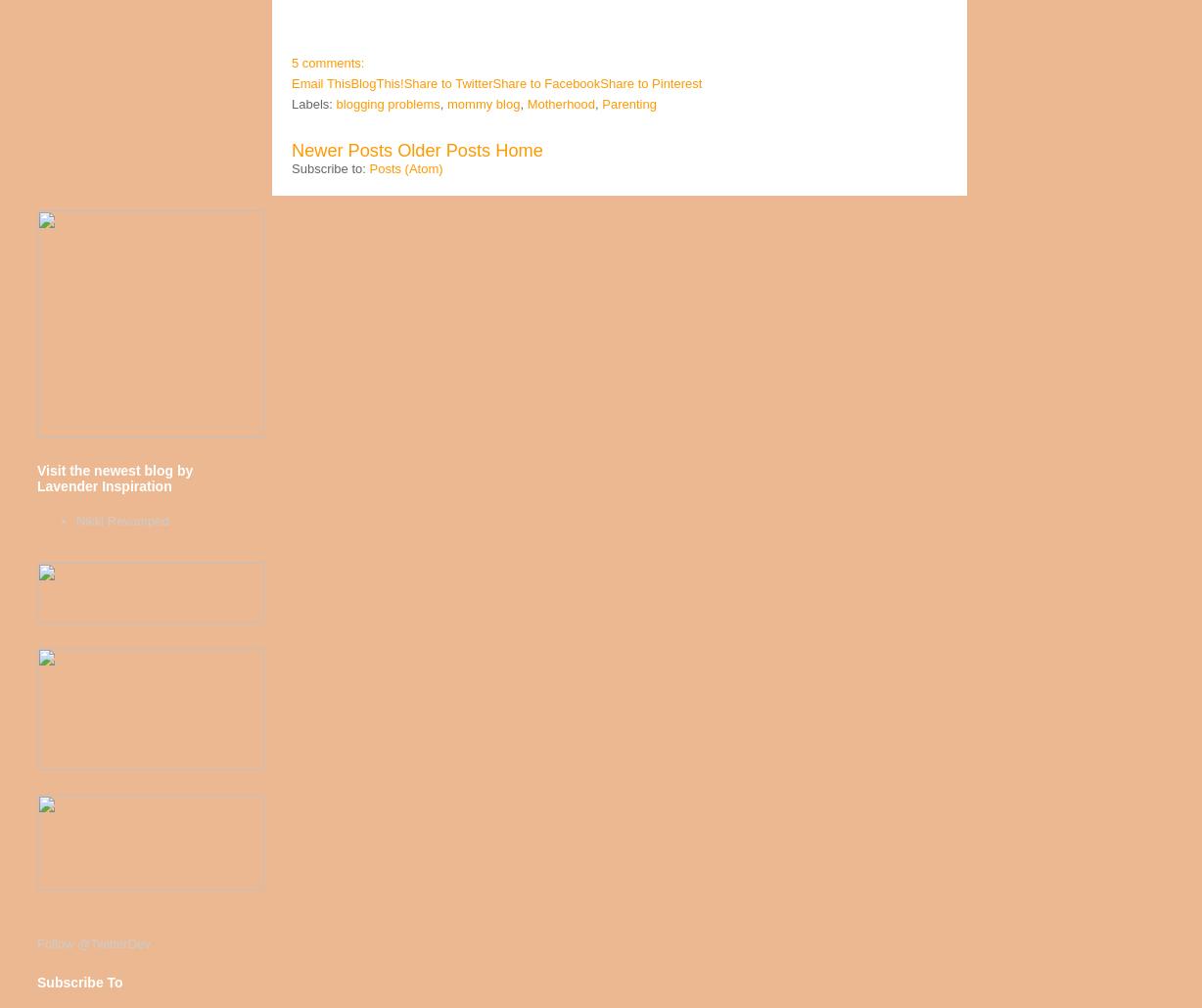 The width and height of the screenshot is (1202, 1008). I want to click on 'Labels:', so click(313, 103).